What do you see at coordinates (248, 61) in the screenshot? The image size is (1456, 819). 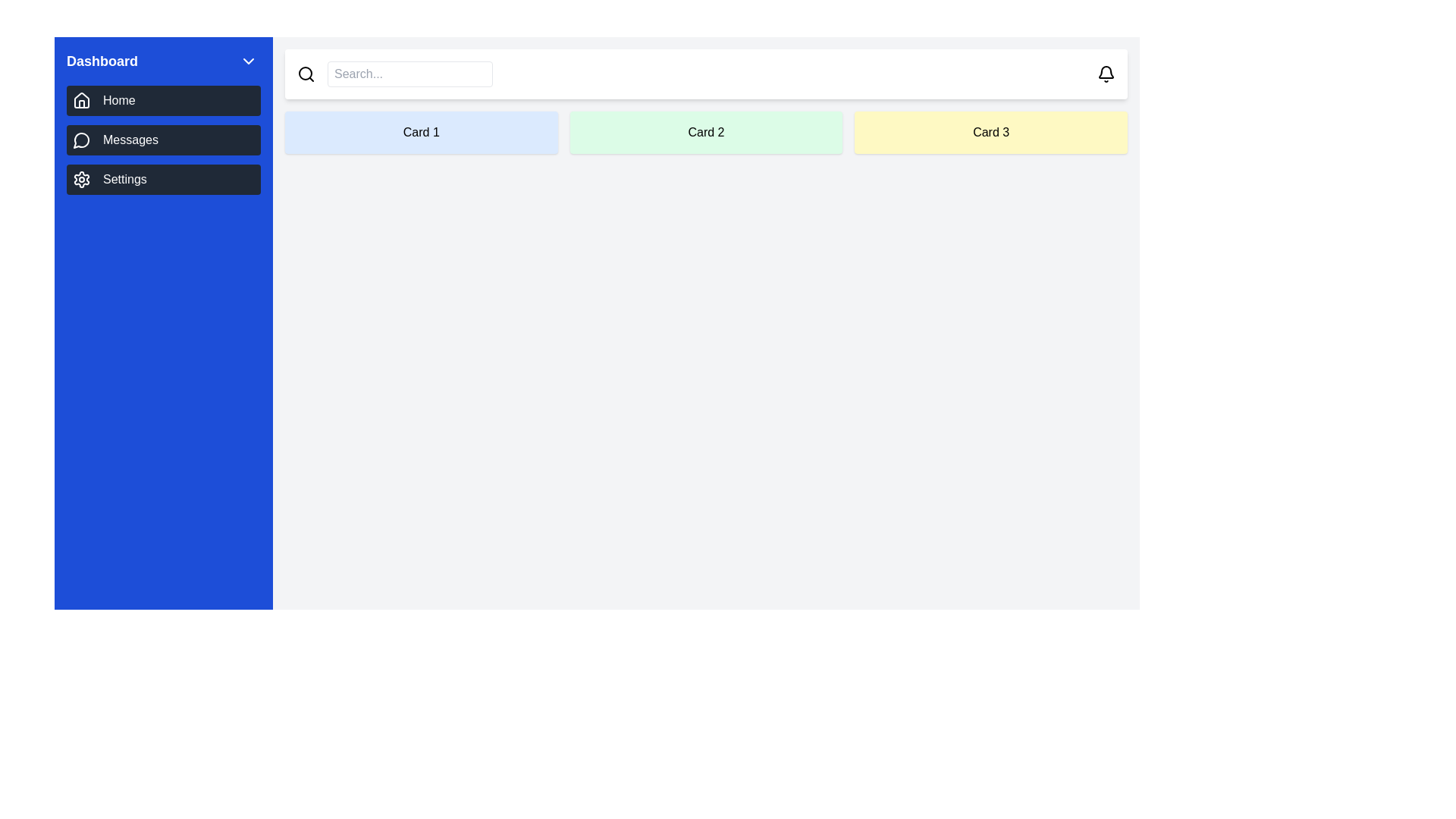 I see `the toggle button located in the top-right corner of the blue side navigation bar` at bounding box center [248, 61].